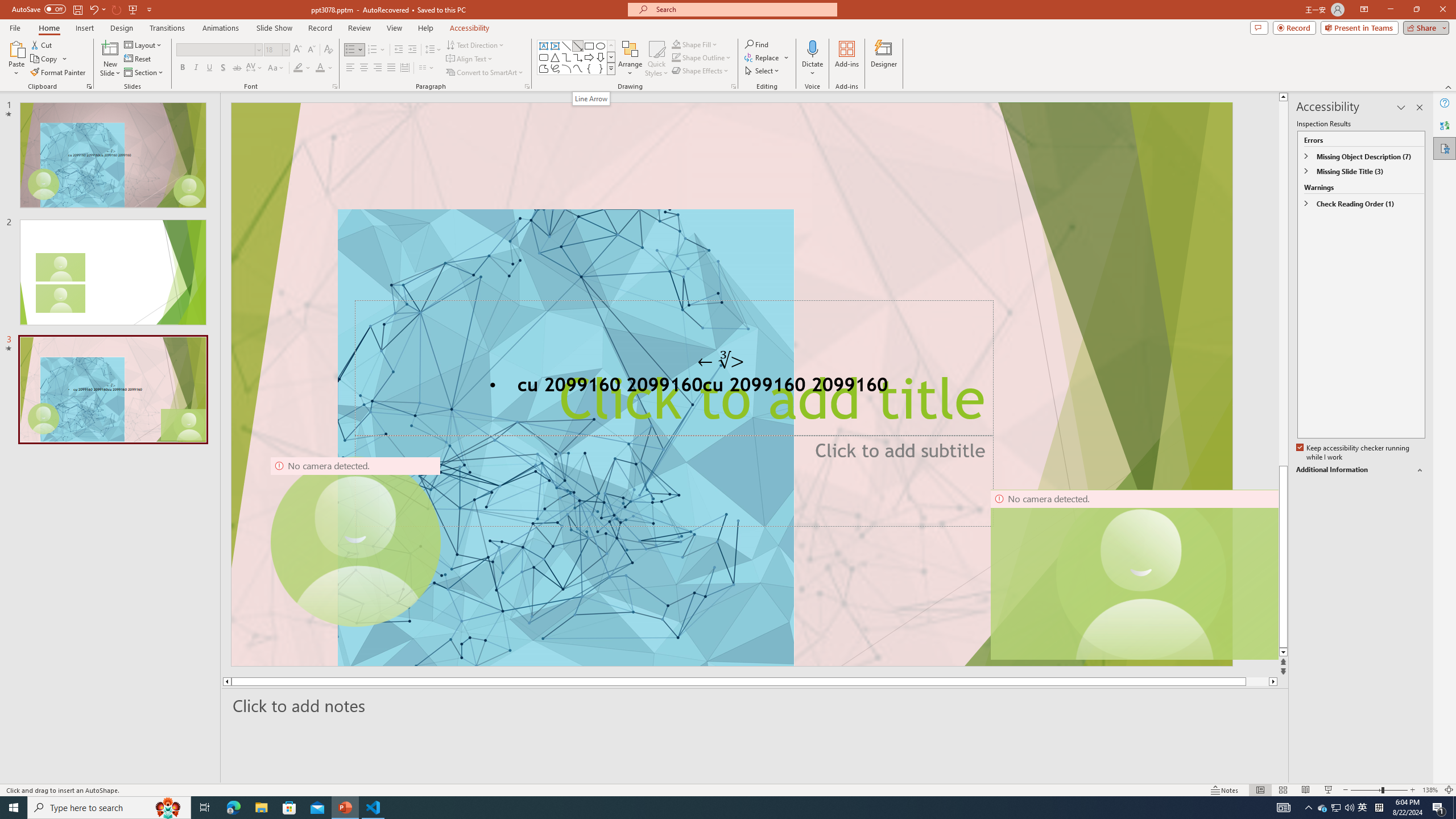 This screenshot has width=1456, height=819. What do you see at coordinates (600, 68) in the screenshot?
I see `'Right Brace'` at bounding box center [600, 68].